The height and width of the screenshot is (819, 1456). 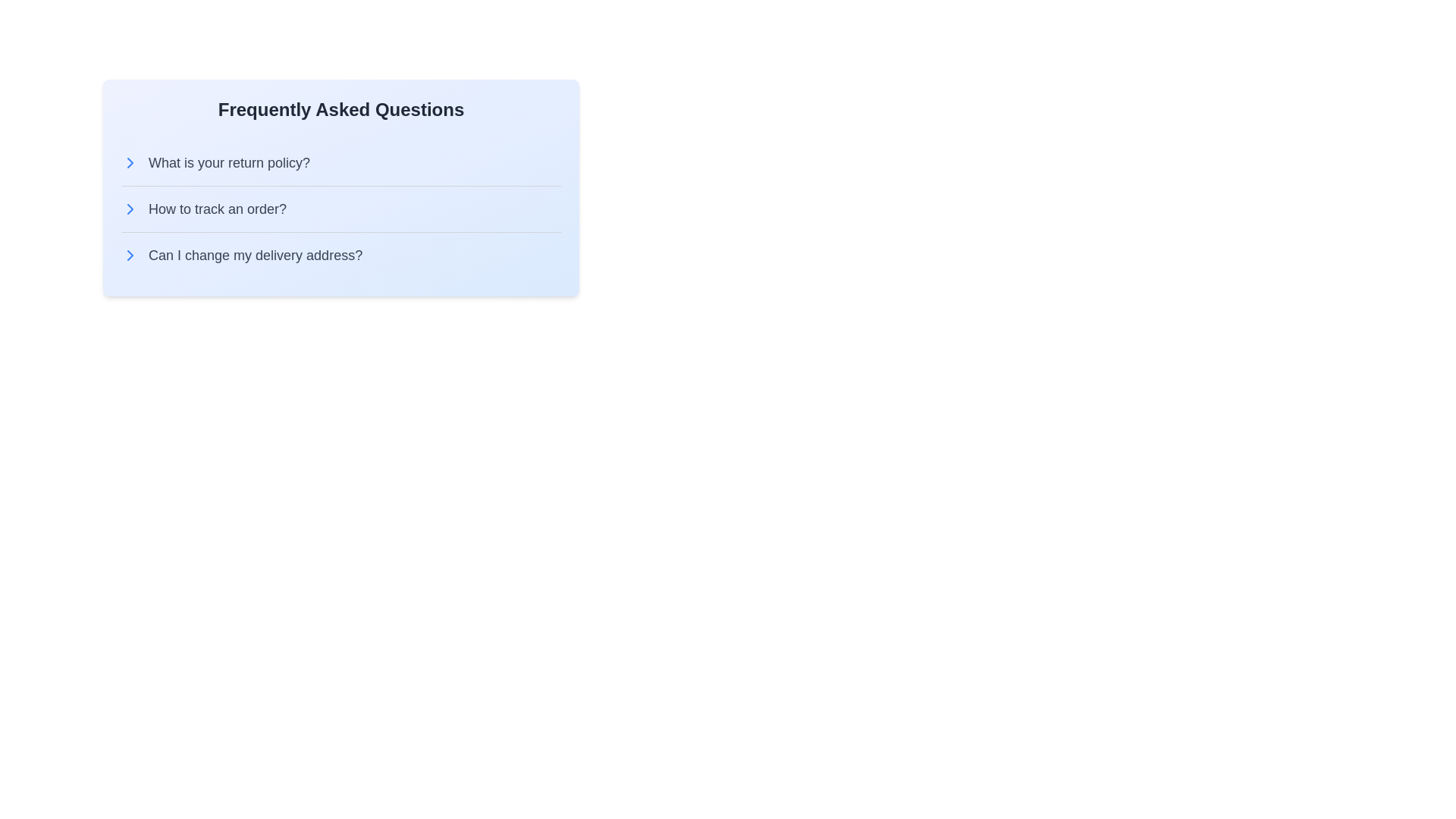 I want to click on the Chevron icon located at the left margin of the question 'What is your return policy?', so click(x=130, y=163).